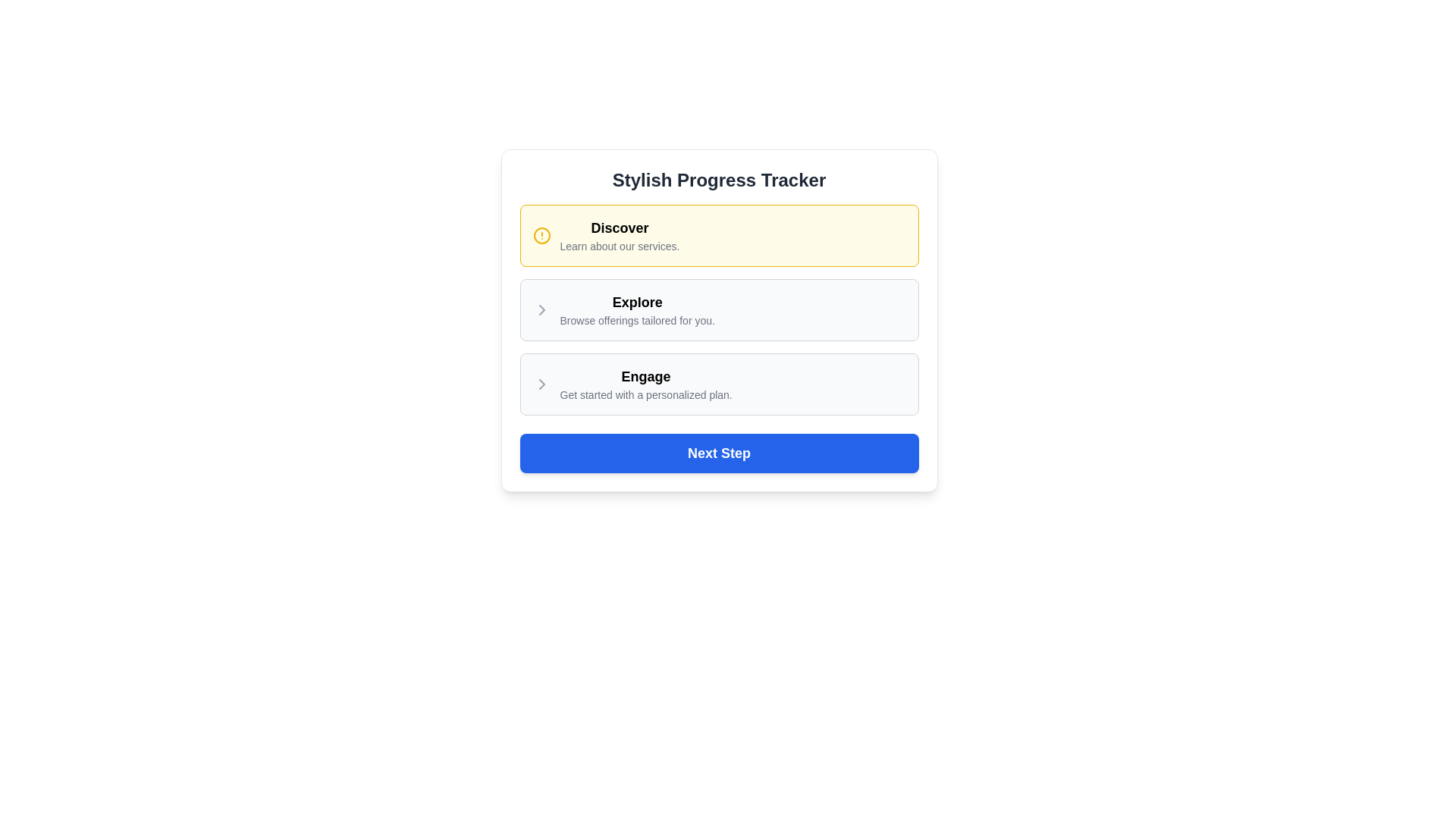  What do you see at coordinates (541, 236) in the screenshot?
I see `the non-interactive SVG circle component of the alert icon, which is located to the left of the 'Discover' label in the progress tracker card` at bounding box center [541, 236].